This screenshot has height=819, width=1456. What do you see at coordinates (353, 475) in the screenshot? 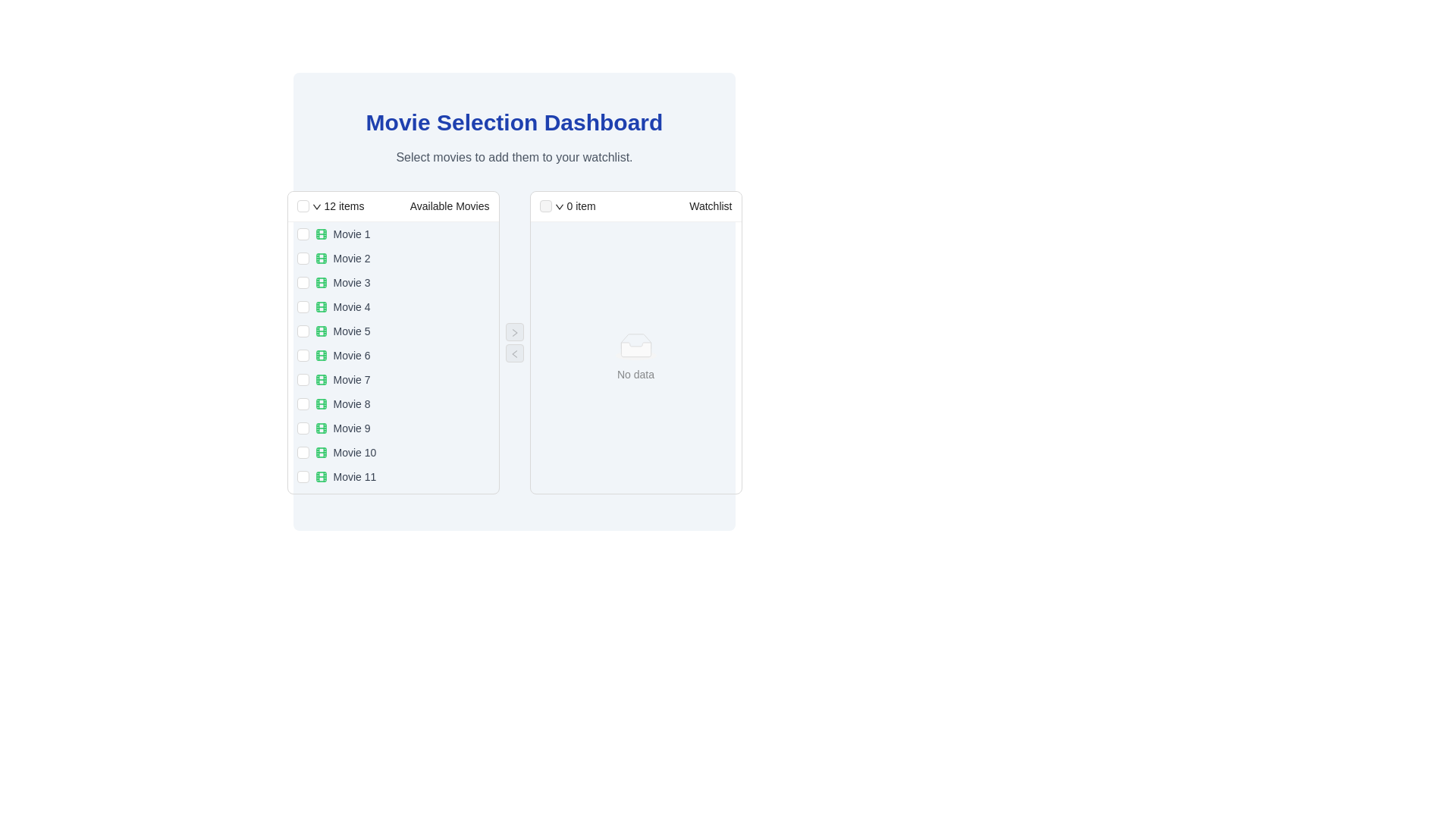
I see `text label representing the movie title, which is the last item in the vertical list of available movies and follows 'Movie 10'` at bounding box center [353, 475].